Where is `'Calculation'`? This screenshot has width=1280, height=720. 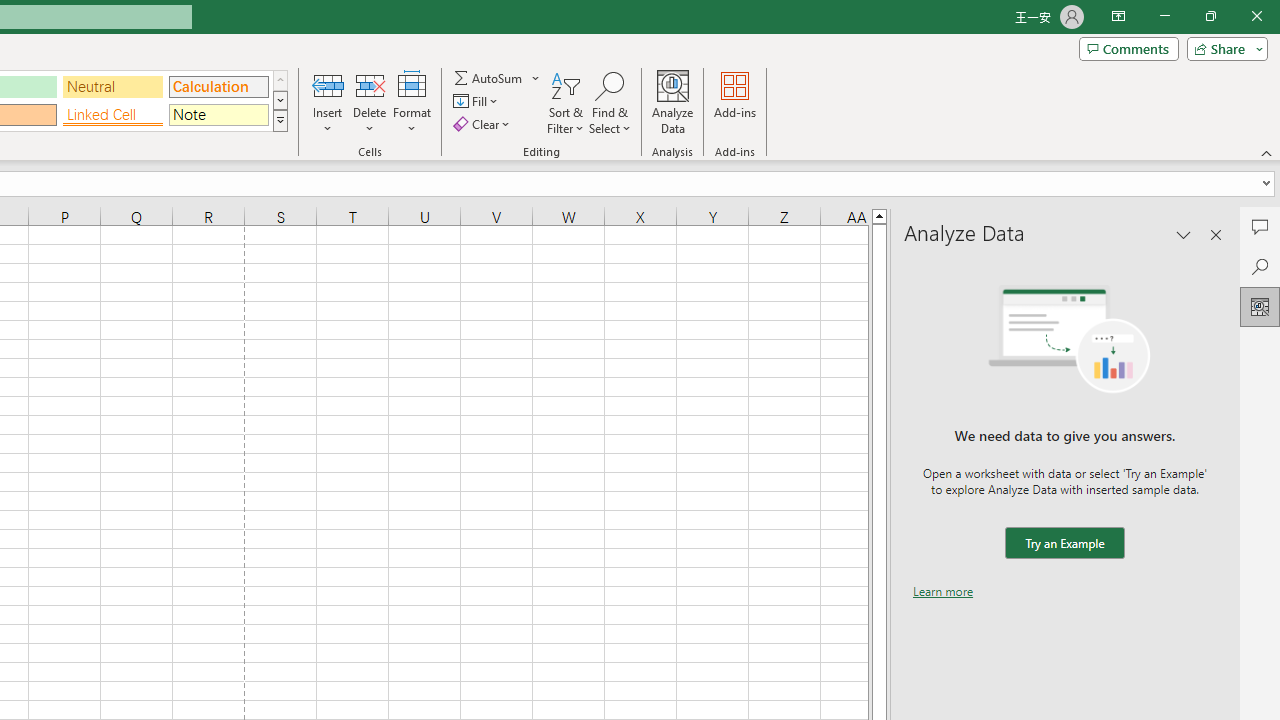 'Calculation' is located at coordinates (218, 85).